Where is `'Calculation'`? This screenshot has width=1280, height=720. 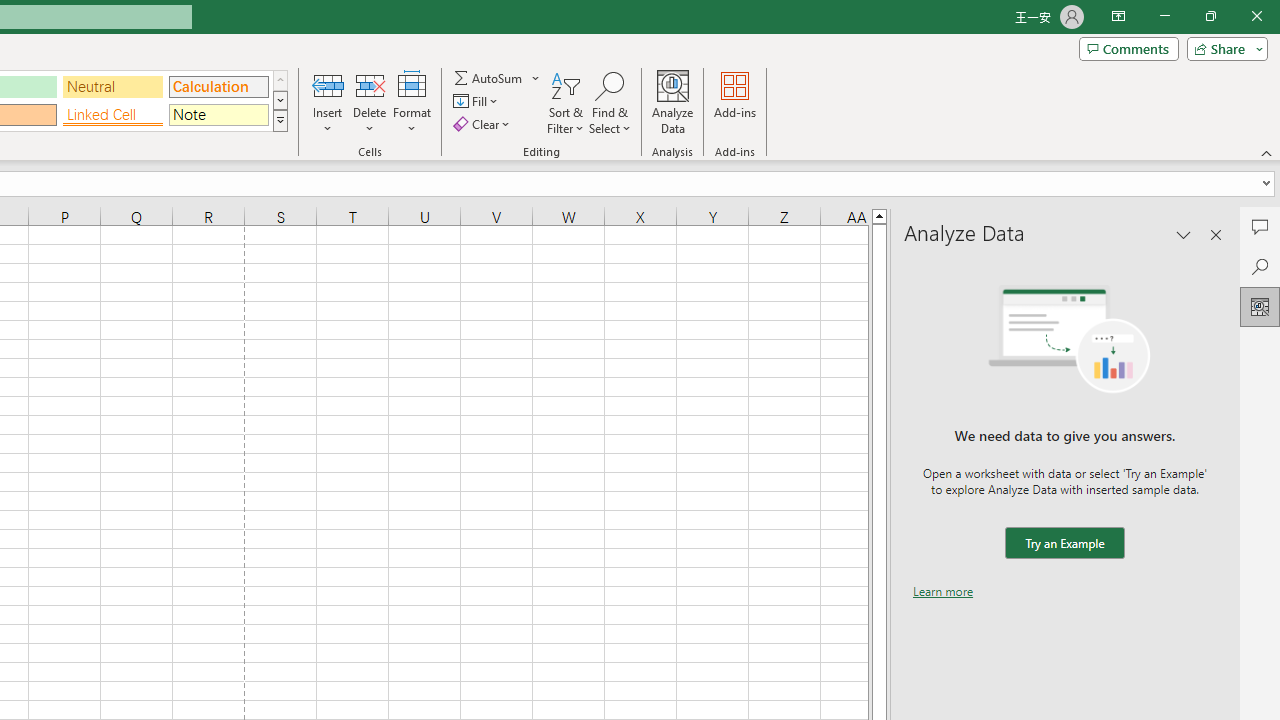 'Calculation' is located at coordinates (218, 85).